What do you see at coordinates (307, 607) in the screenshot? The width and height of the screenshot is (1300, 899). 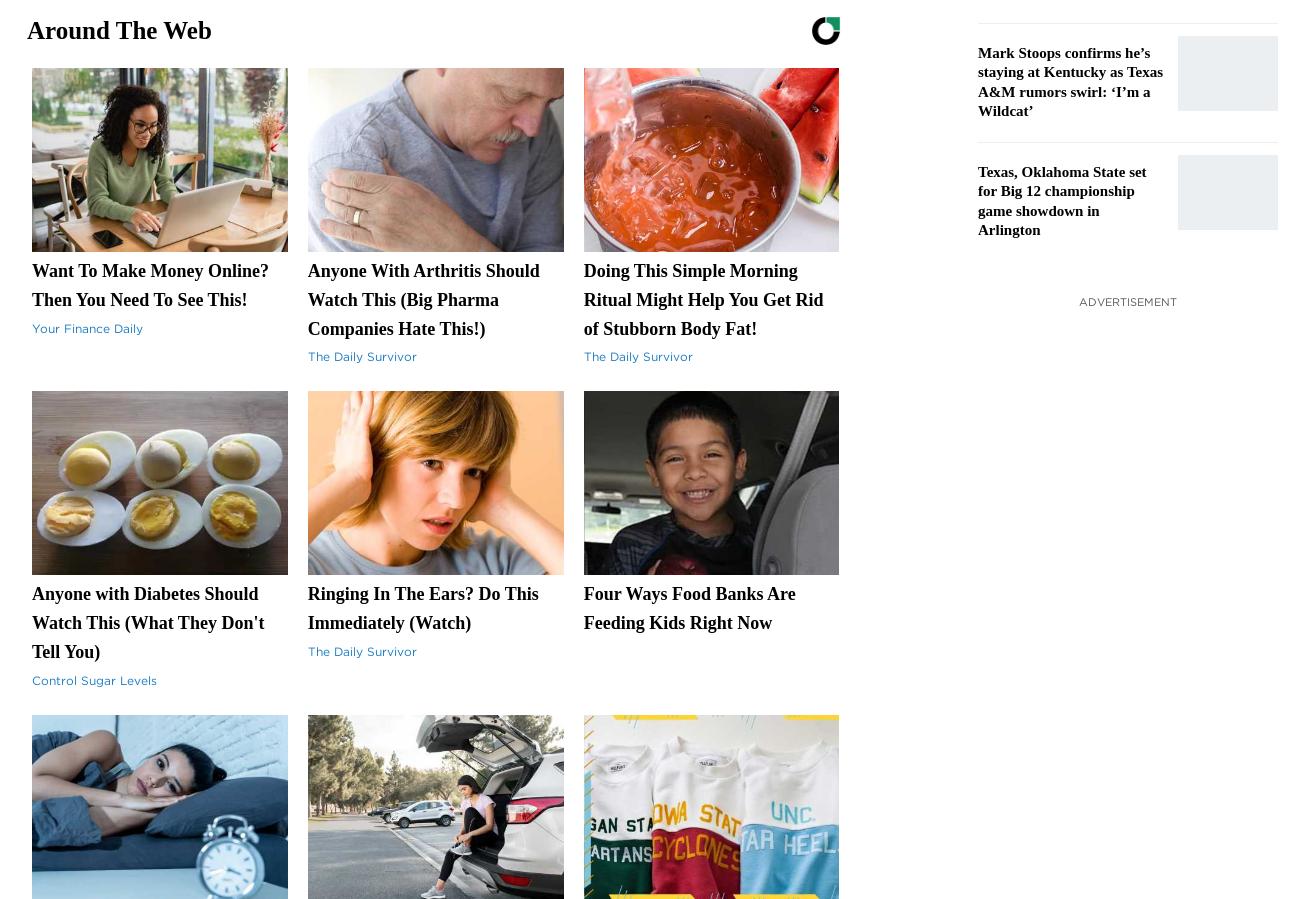 I see `'Ringing In The Ears? Do This Immediately (Watch)'` at bounding box center [307, 607].